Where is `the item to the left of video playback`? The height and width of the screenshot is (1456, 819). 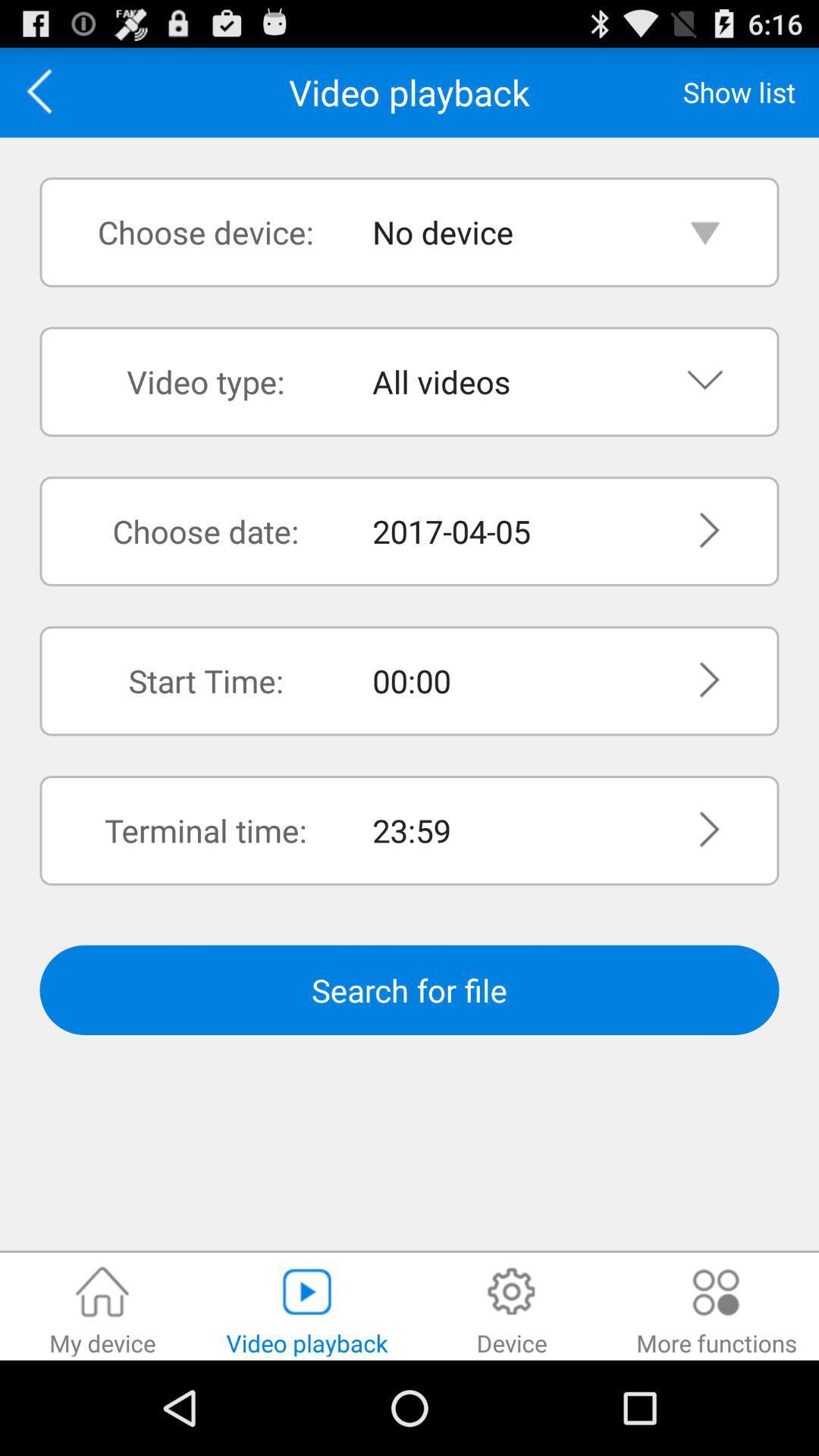 the item to the left of video playback is located at coordinates (44, 92).